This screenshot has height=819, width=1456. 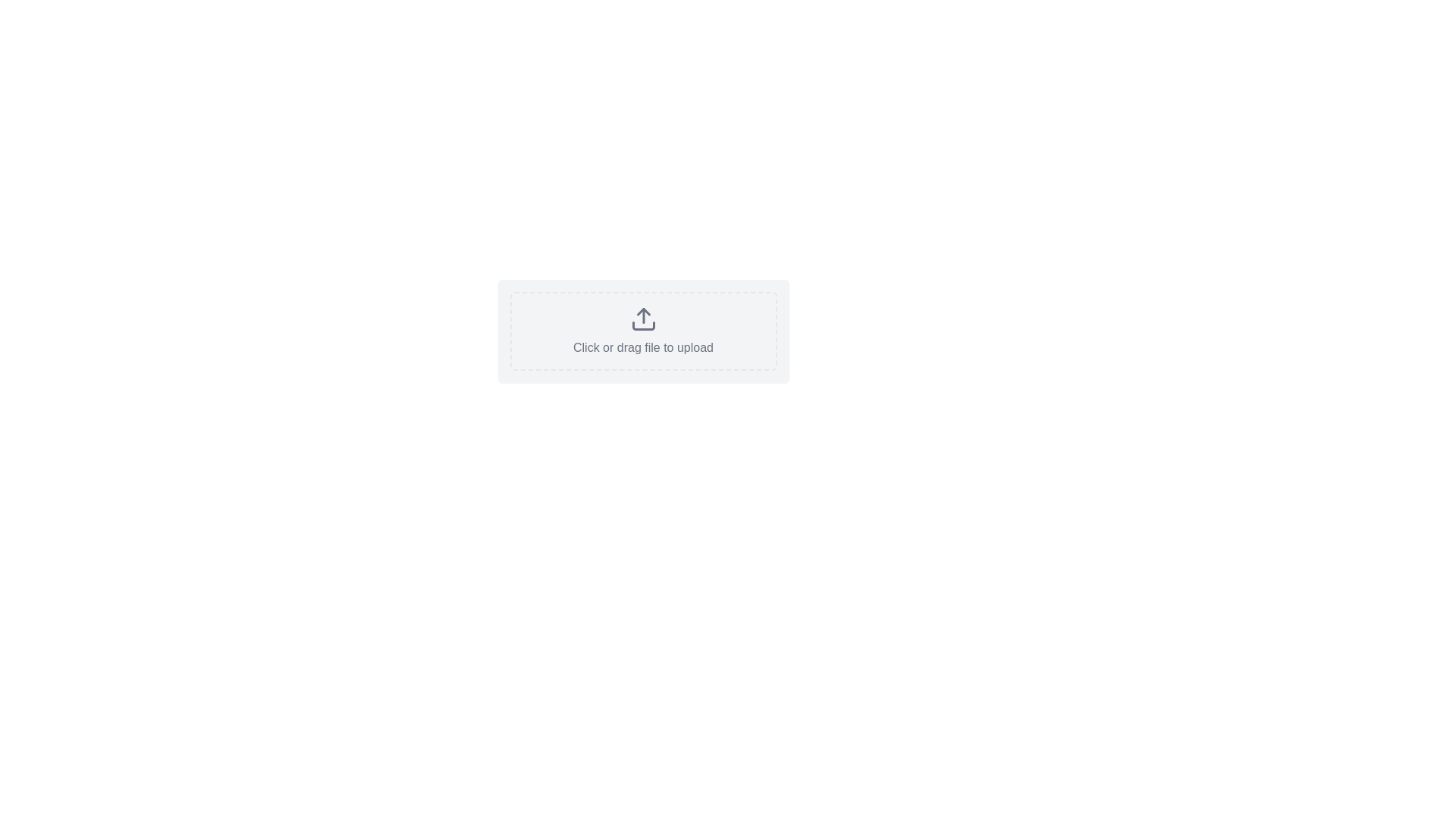 What do you see at coordinates (643, 330) in the screenshot?
I see `the Interactive upload area` at bounding box center [643, 330].